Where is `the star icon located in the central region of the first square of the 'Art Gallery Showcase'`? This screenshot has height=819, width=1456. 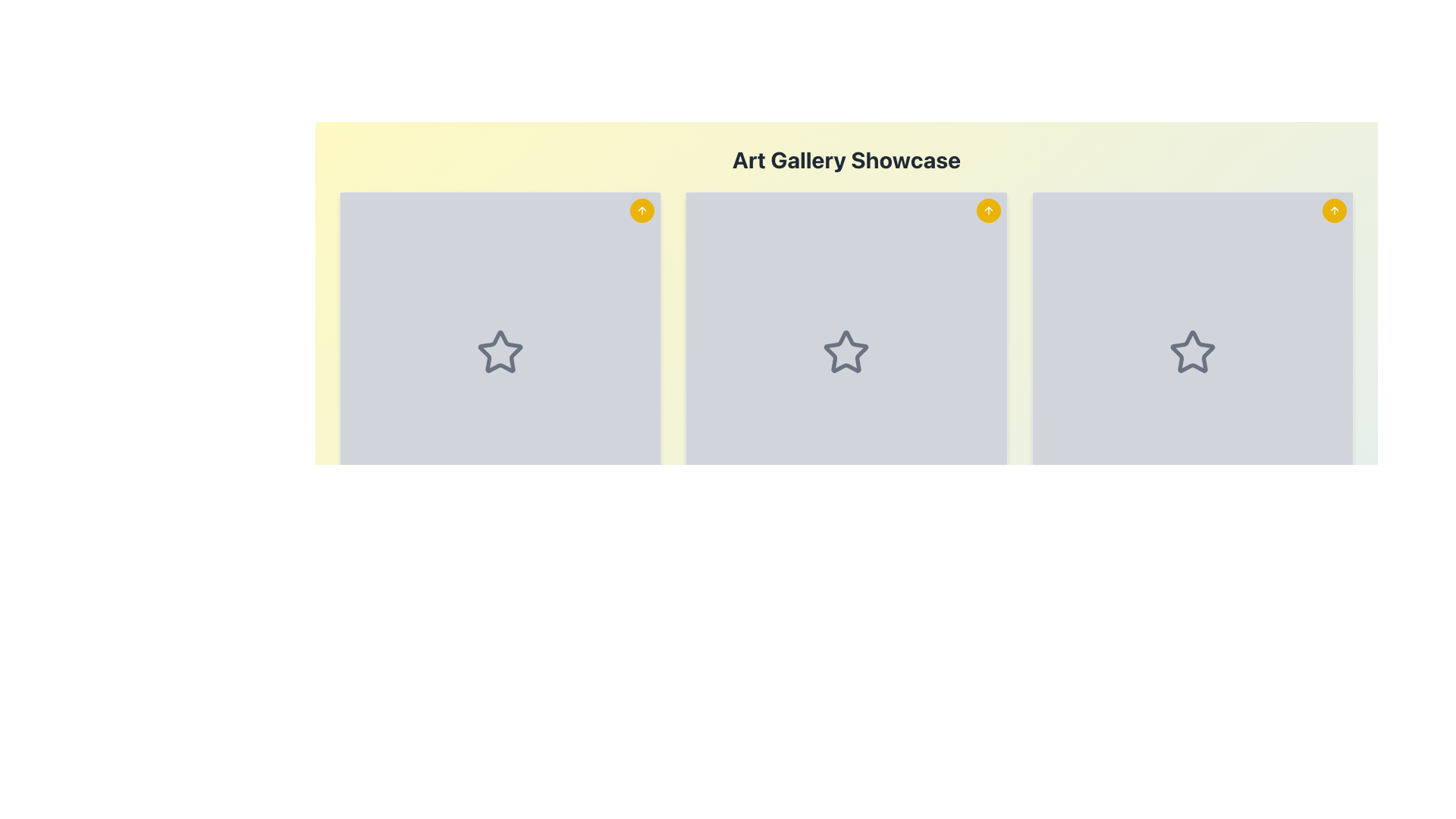 the star icon located in the central region of the first square of the 'Art Gallery Showcase' is located at coordinates (500, 353).